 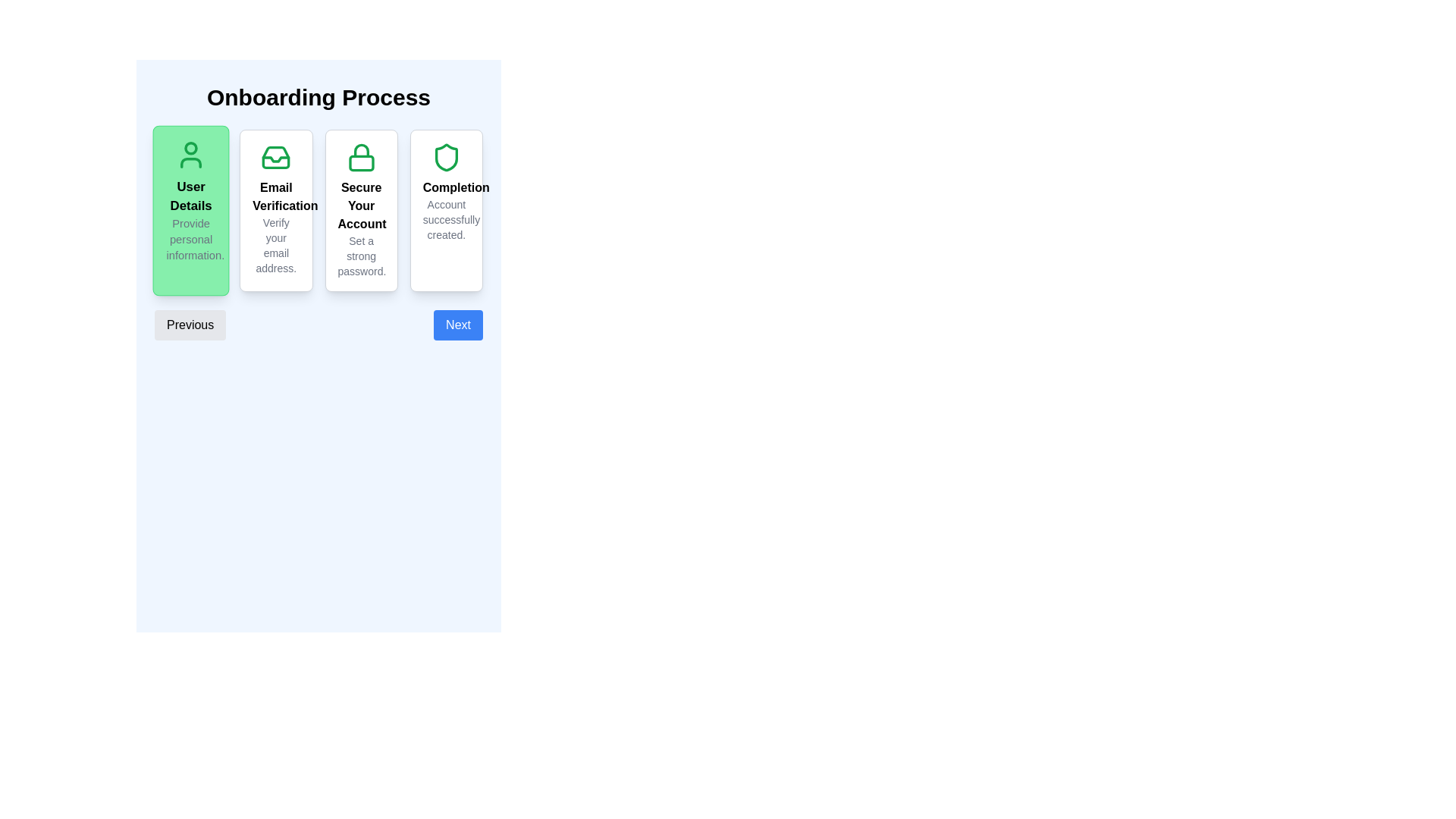 What do you see at coordinates (190, 163) in the screenshot?
I see `the rectangular graphical component within the user icon located in the green-highlighted 'User Details' navigation card, which is the leftmost card in the onboarding sequence` at bounding box center [190, 163].